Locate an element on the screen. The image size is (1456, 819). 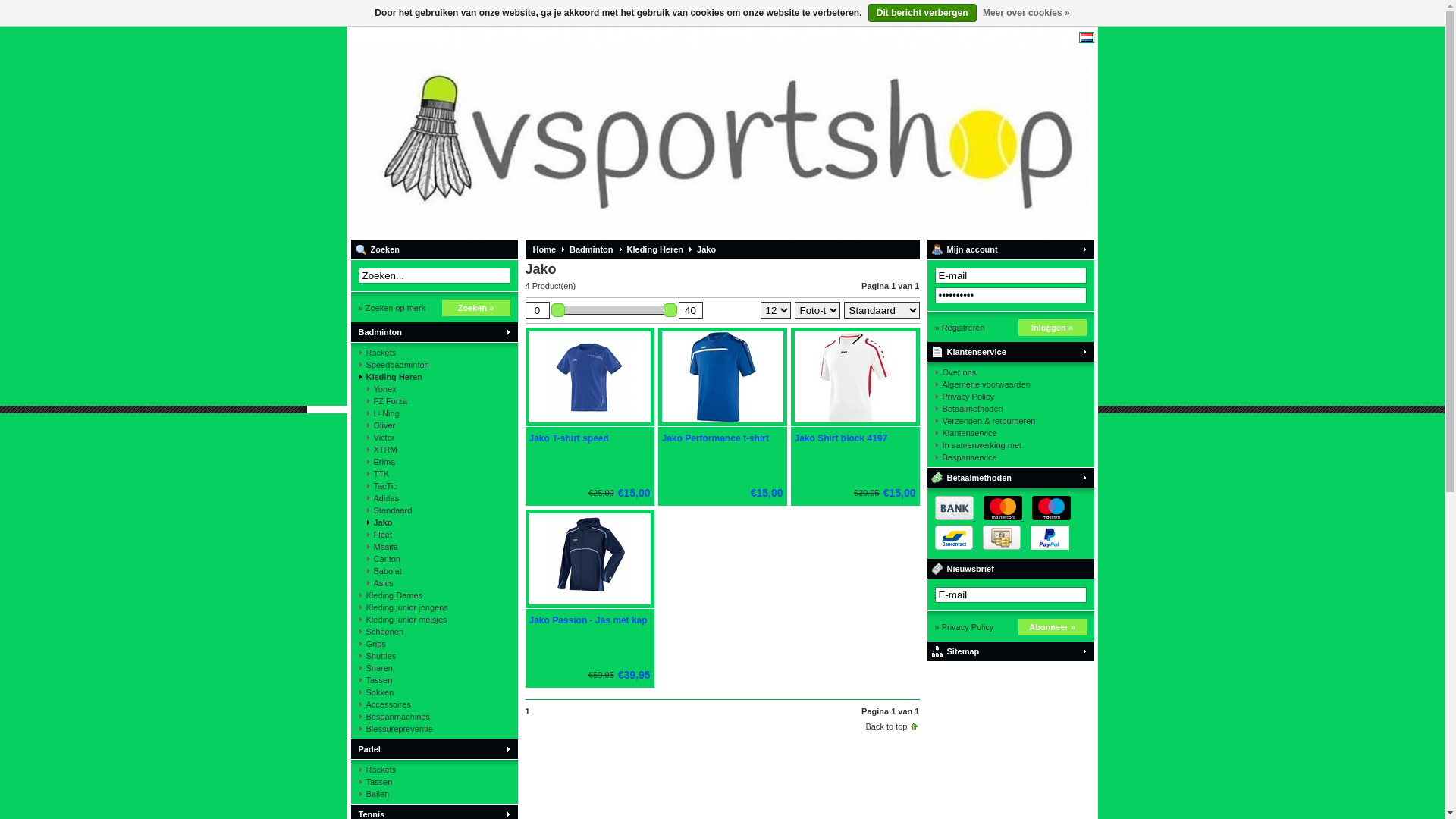
'Grips' is located at coordinates (432, 643).